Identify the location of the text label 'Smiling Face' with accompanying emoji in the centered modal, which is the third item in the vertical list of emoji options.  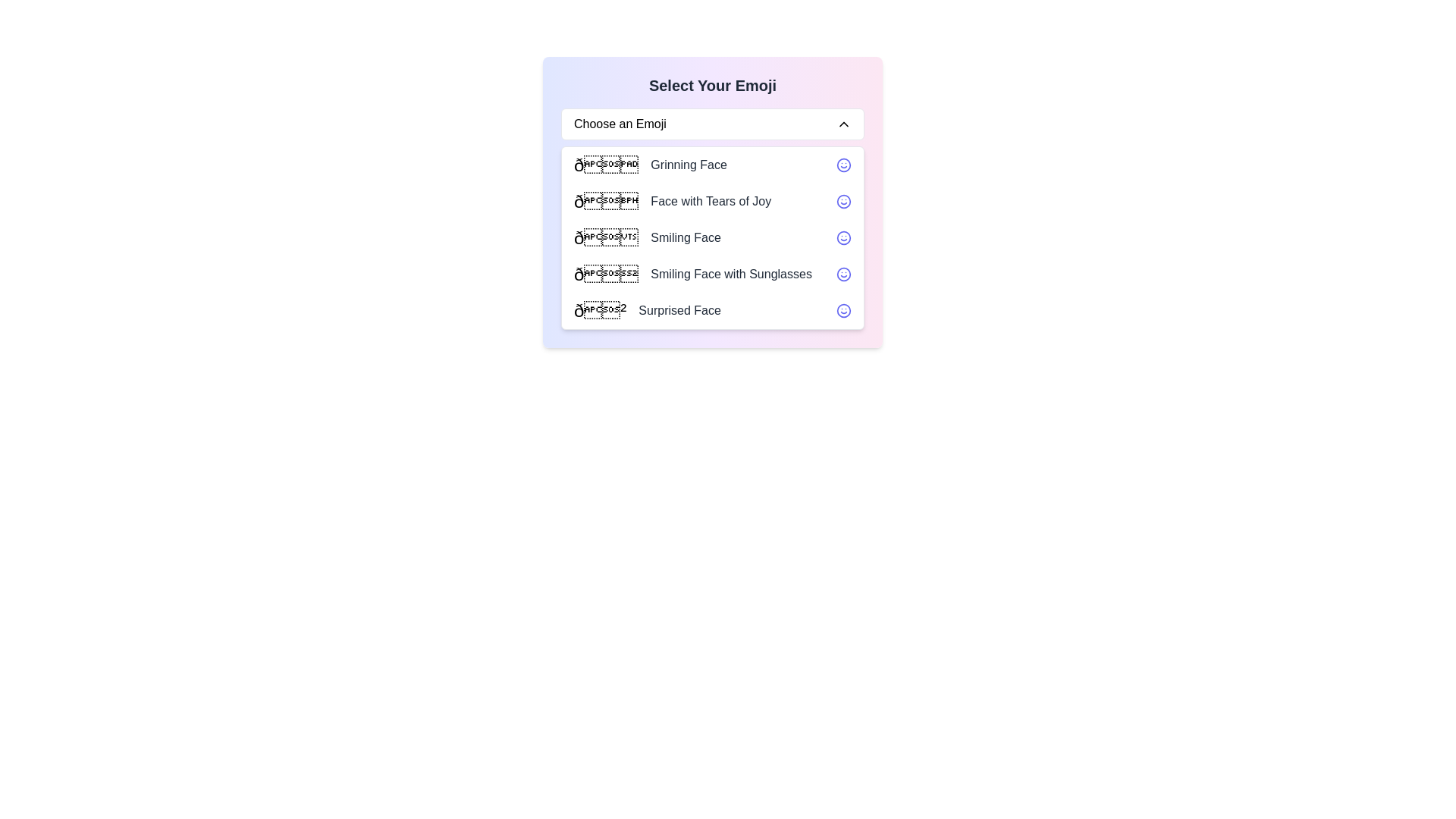
(647, 237).